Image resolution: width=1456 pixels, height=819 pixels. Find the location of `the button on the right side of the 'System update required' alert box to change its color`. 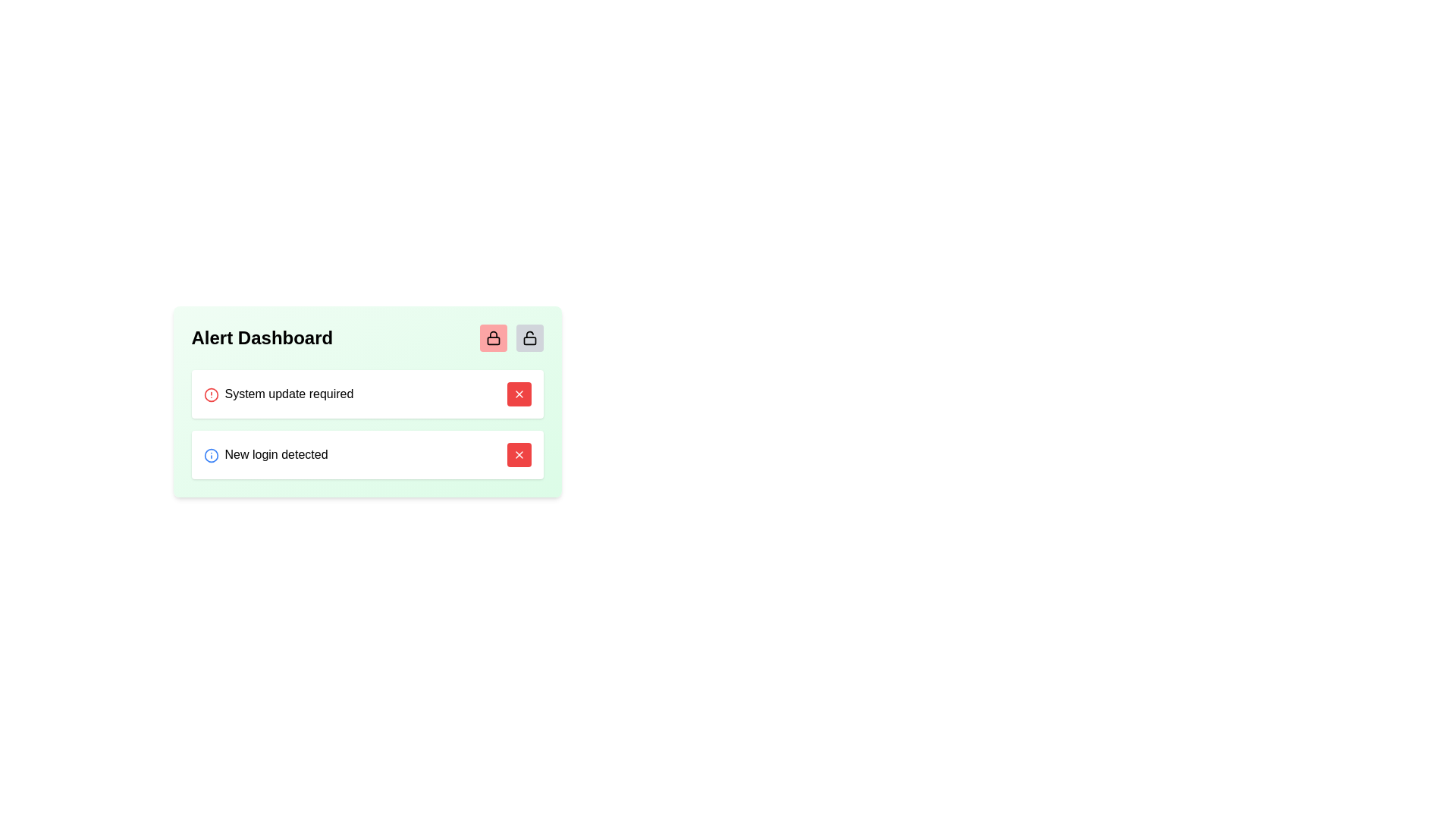

the button on the right side of the 'System update required' alert box to change its color is located at coordinates (519, 394).